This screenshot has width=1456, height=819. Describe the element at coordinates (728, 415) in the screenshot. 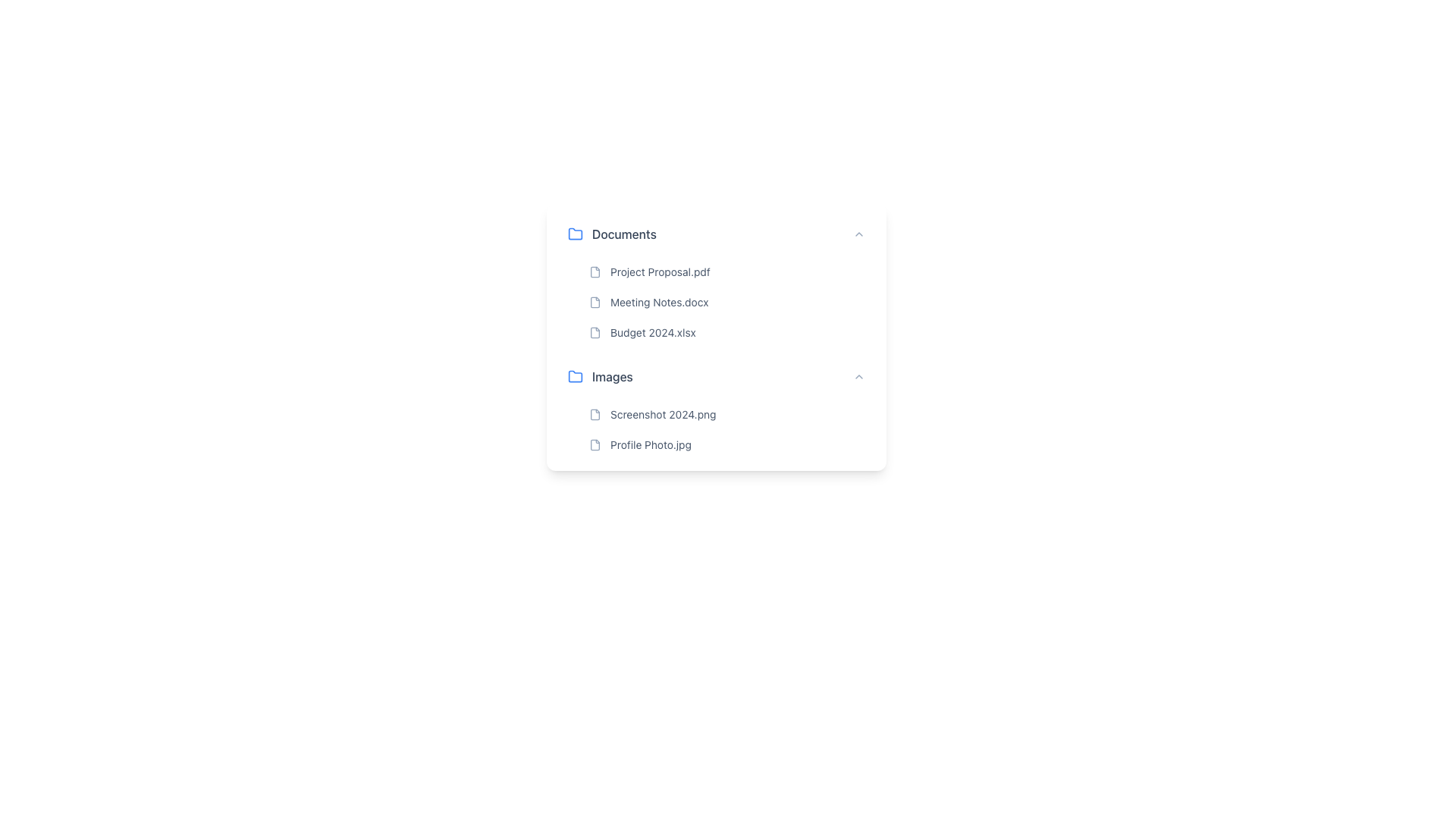

I see `the file item entry labeled 'Screenshot 2024.png'` at that location.